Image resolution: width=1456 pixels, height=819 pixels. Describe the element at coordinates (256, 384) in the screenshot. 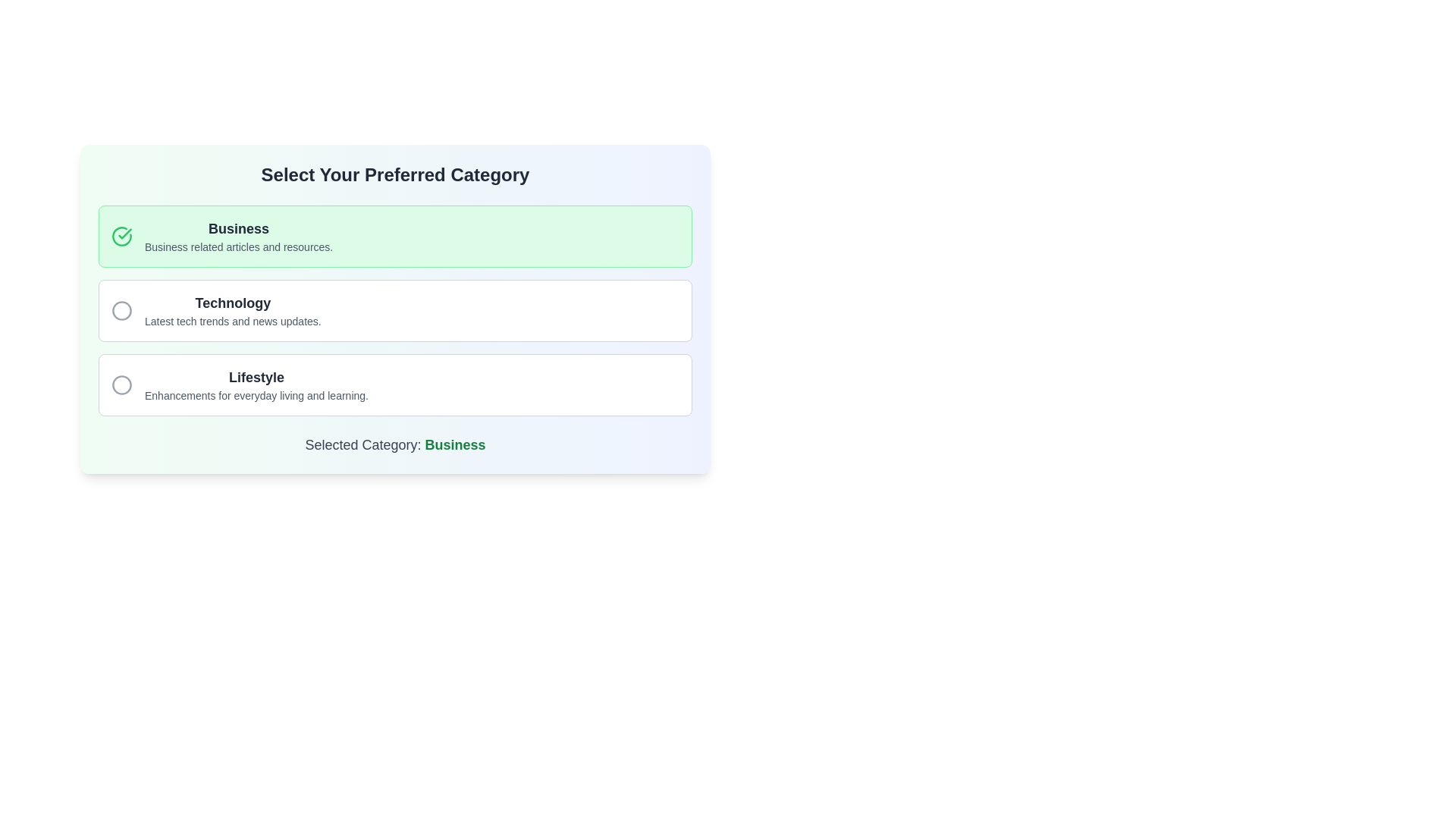

I see `the 'Lifestyle' category description text block, which is located within the third selectable category option in the displayed list, between 'Technology' and 'Selected Category'` at that location.